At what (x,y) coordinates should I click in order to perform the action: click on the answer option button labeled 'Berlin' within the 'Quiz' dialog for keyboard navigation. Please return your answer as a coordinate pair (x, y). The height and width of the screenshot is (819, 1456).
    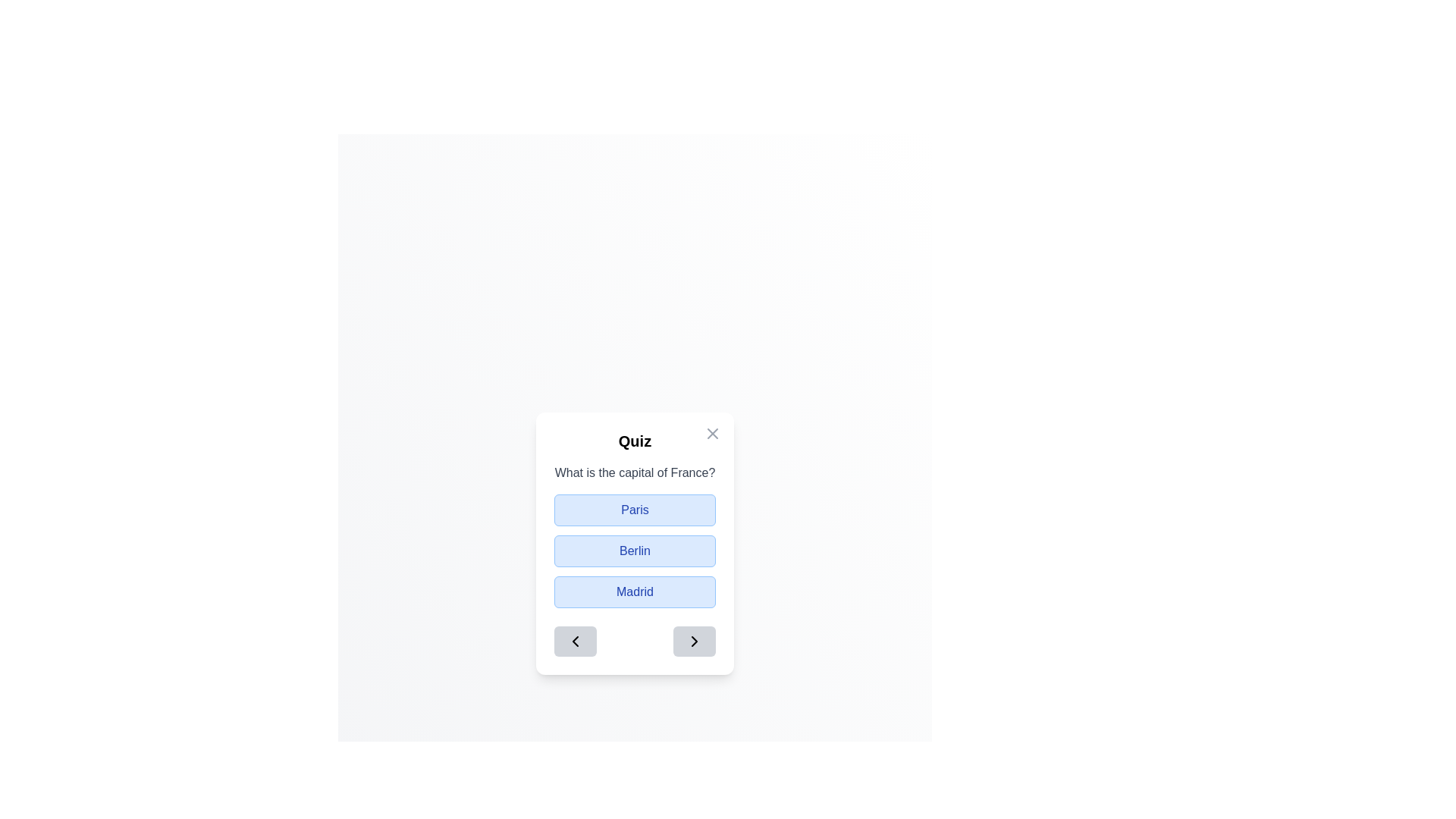
    Looking at the image, I should click on (635, 543).